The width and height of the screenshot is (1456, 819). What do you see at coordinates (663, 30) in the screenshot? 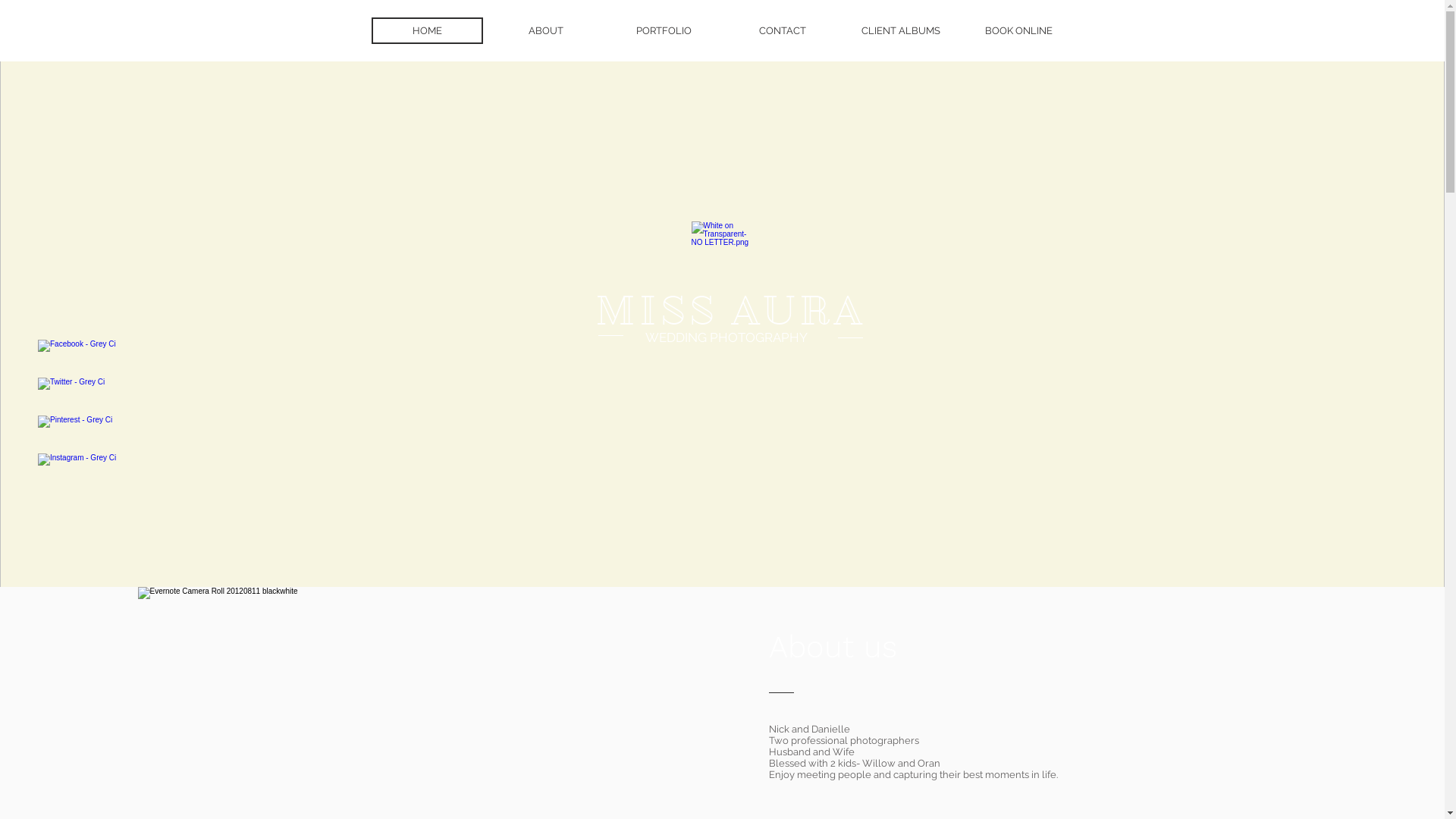
I see `'PORTFOLIO'` at bounding box center [663, 30].